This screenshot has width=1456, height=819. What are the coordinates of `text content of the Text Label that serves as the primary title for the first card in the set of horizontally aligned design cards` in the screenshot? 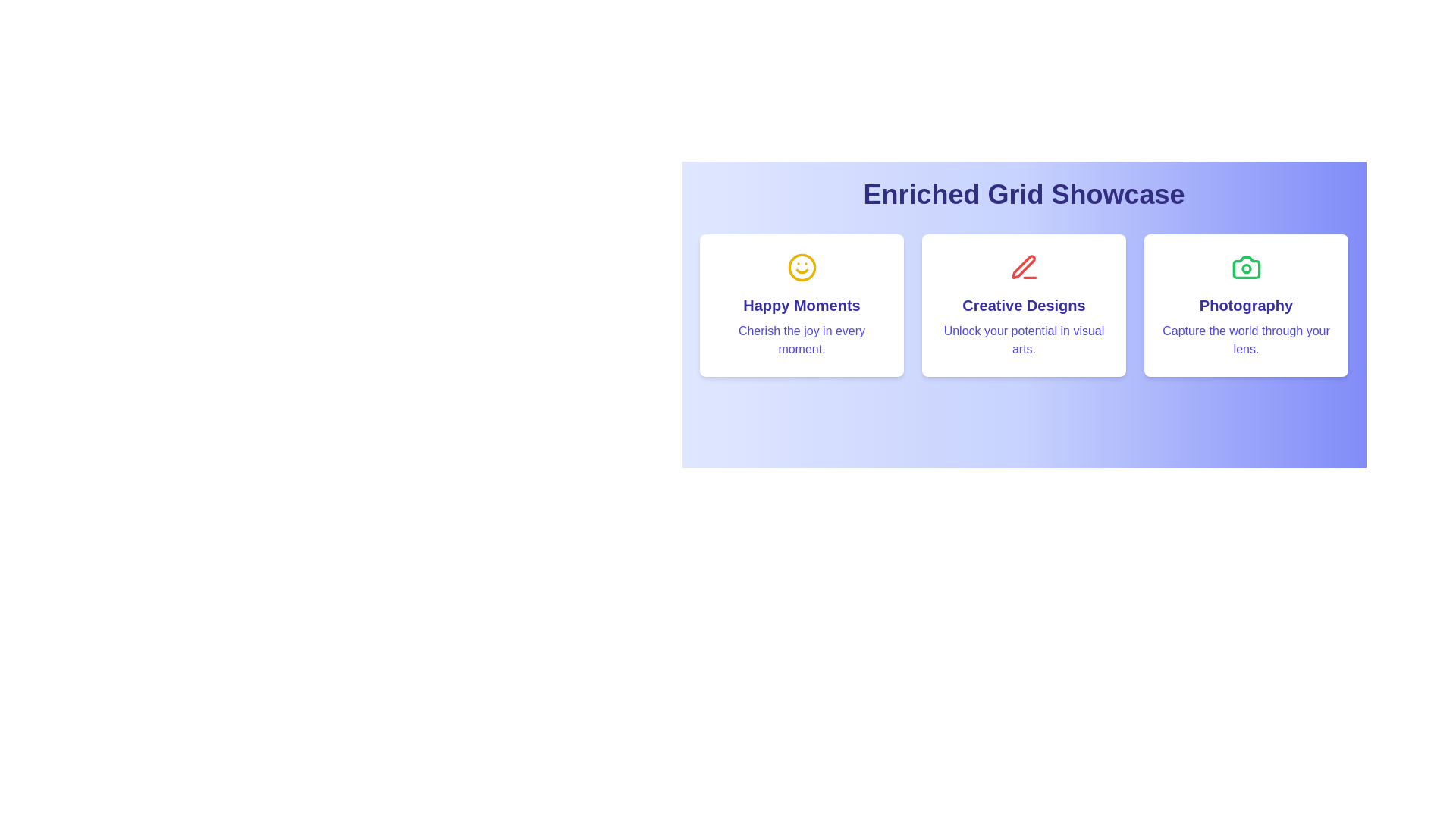 It's located at (801, 305).